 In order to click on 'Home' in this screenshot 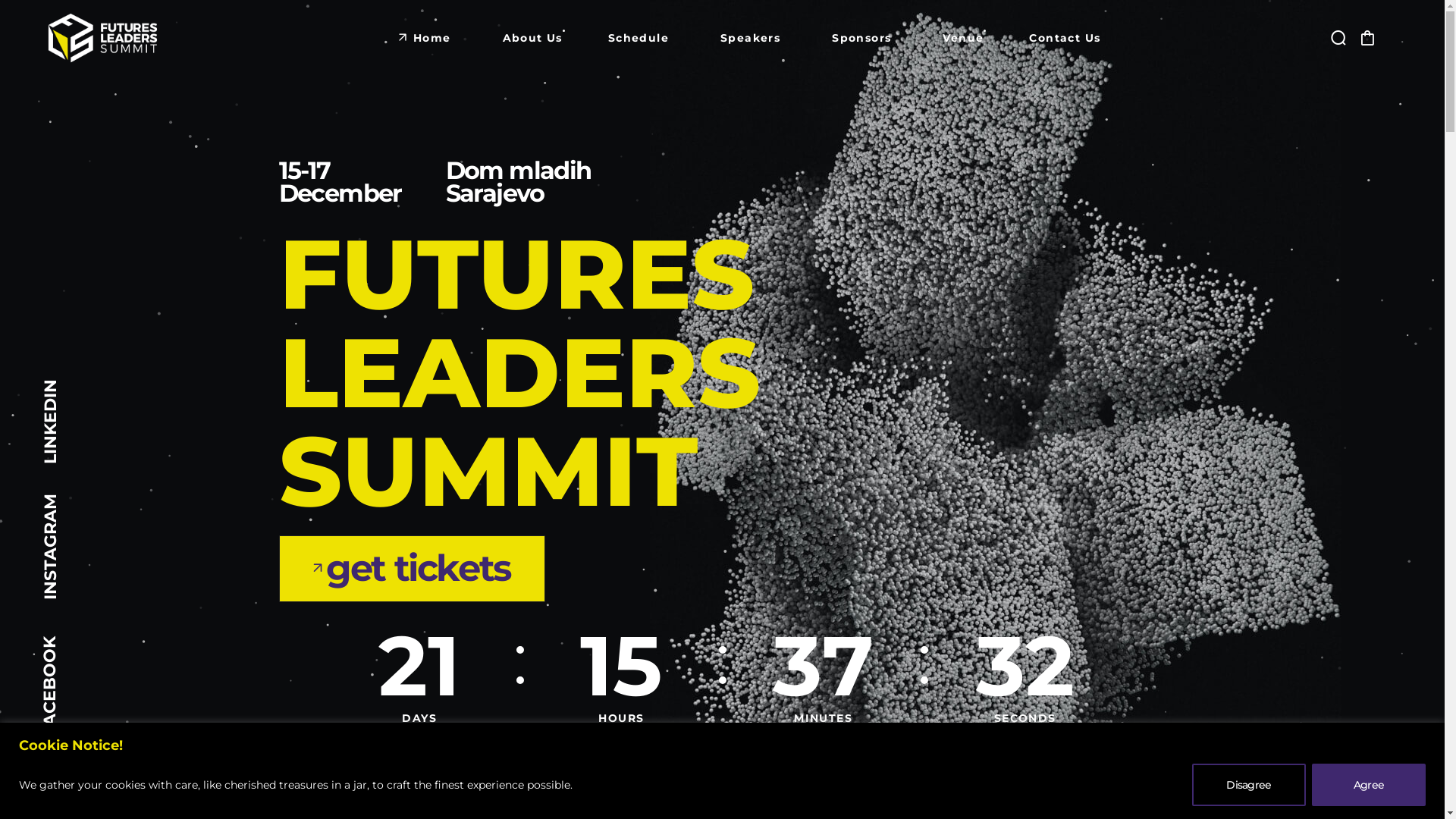, I will do `click(431, 37)`.